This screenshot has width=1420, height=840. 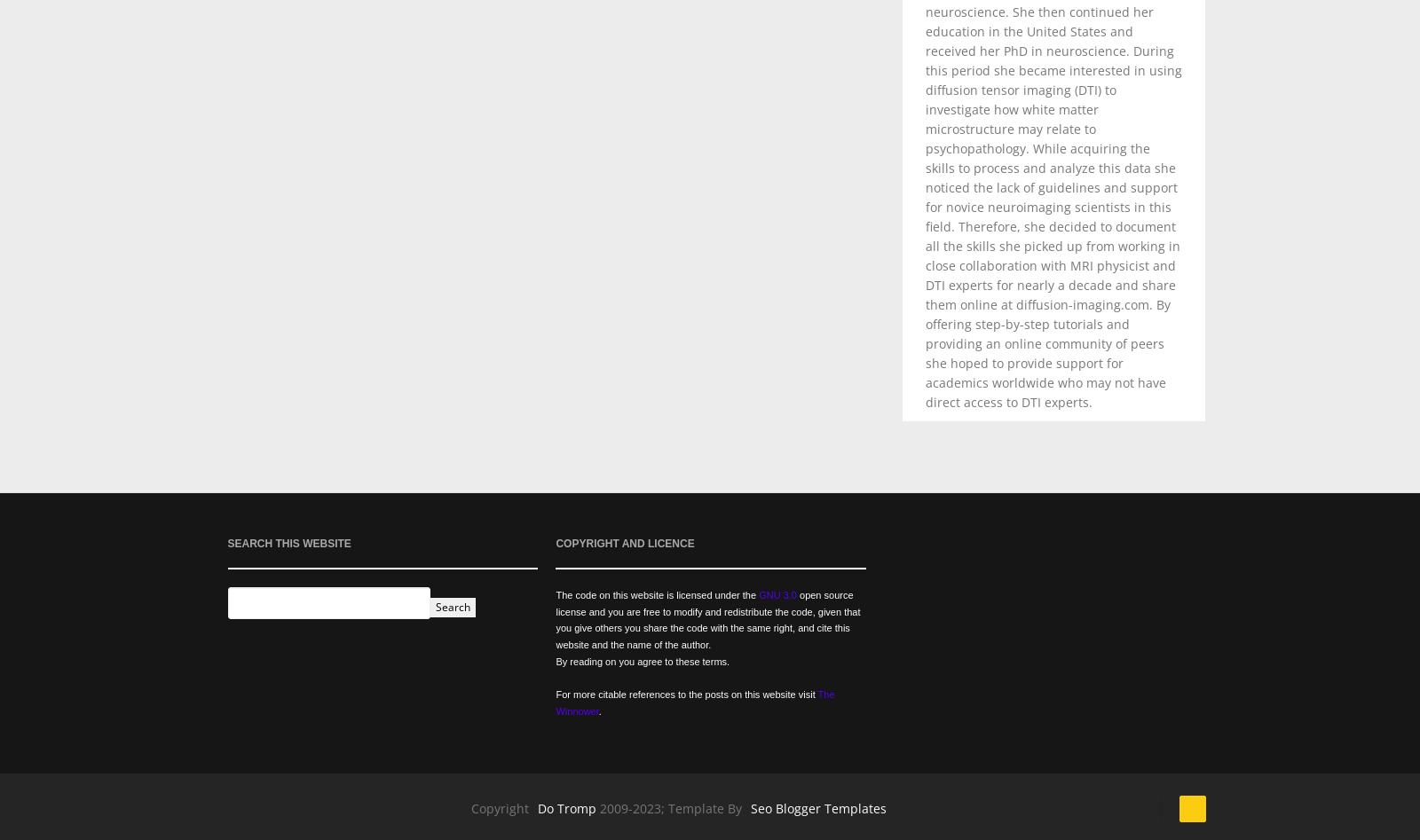 What do you see at coordinates (227, 543) in the screenshot?
I see `'Search This Website'` at bounding box center [227, 543].